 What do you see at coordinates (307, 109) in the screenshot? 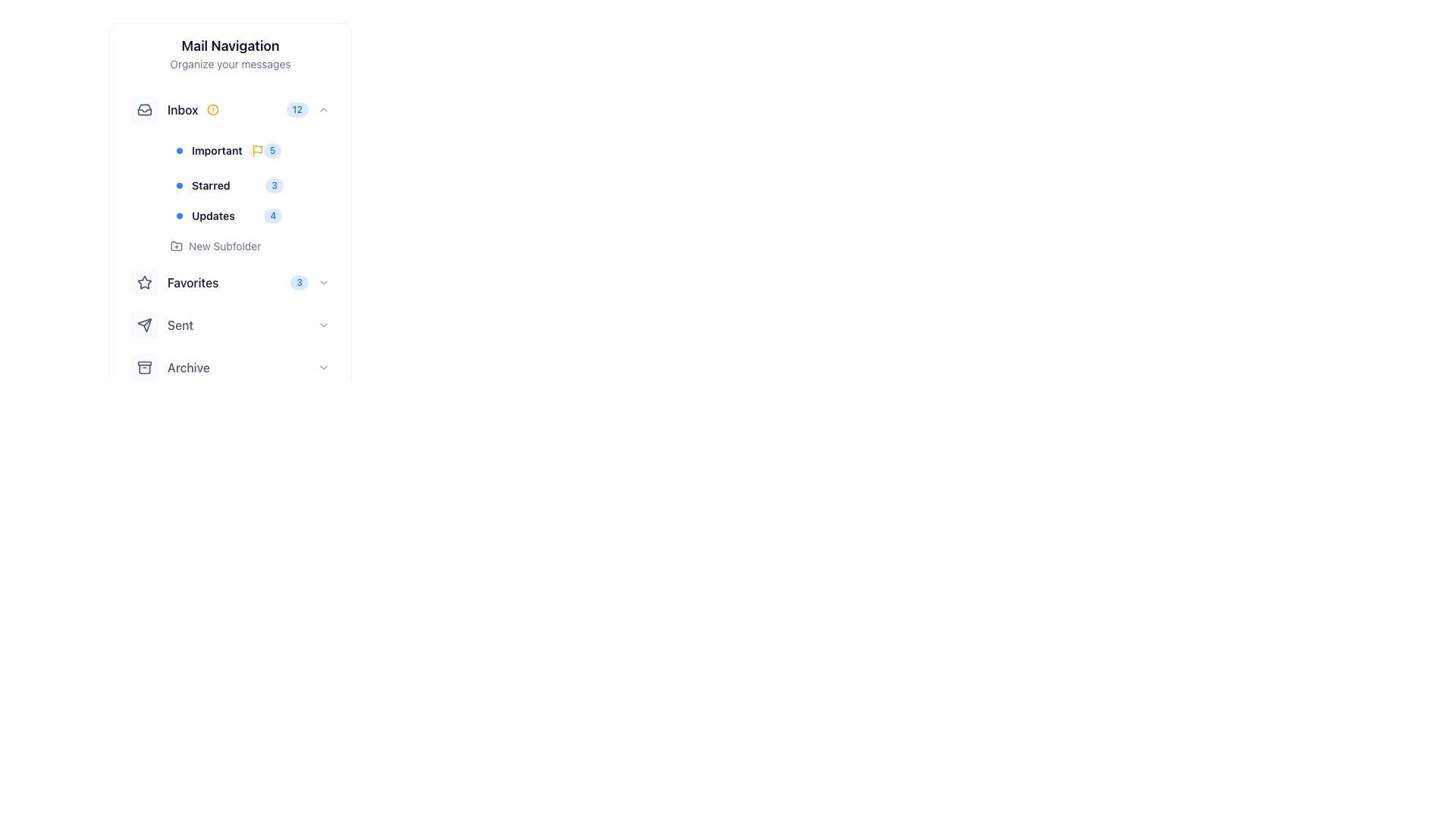
I see `the dropdown arrow of the badge showing '12' on the right side of the 'Inbox' label in the Mail Navigation menu` at bounding box center [307, 109].